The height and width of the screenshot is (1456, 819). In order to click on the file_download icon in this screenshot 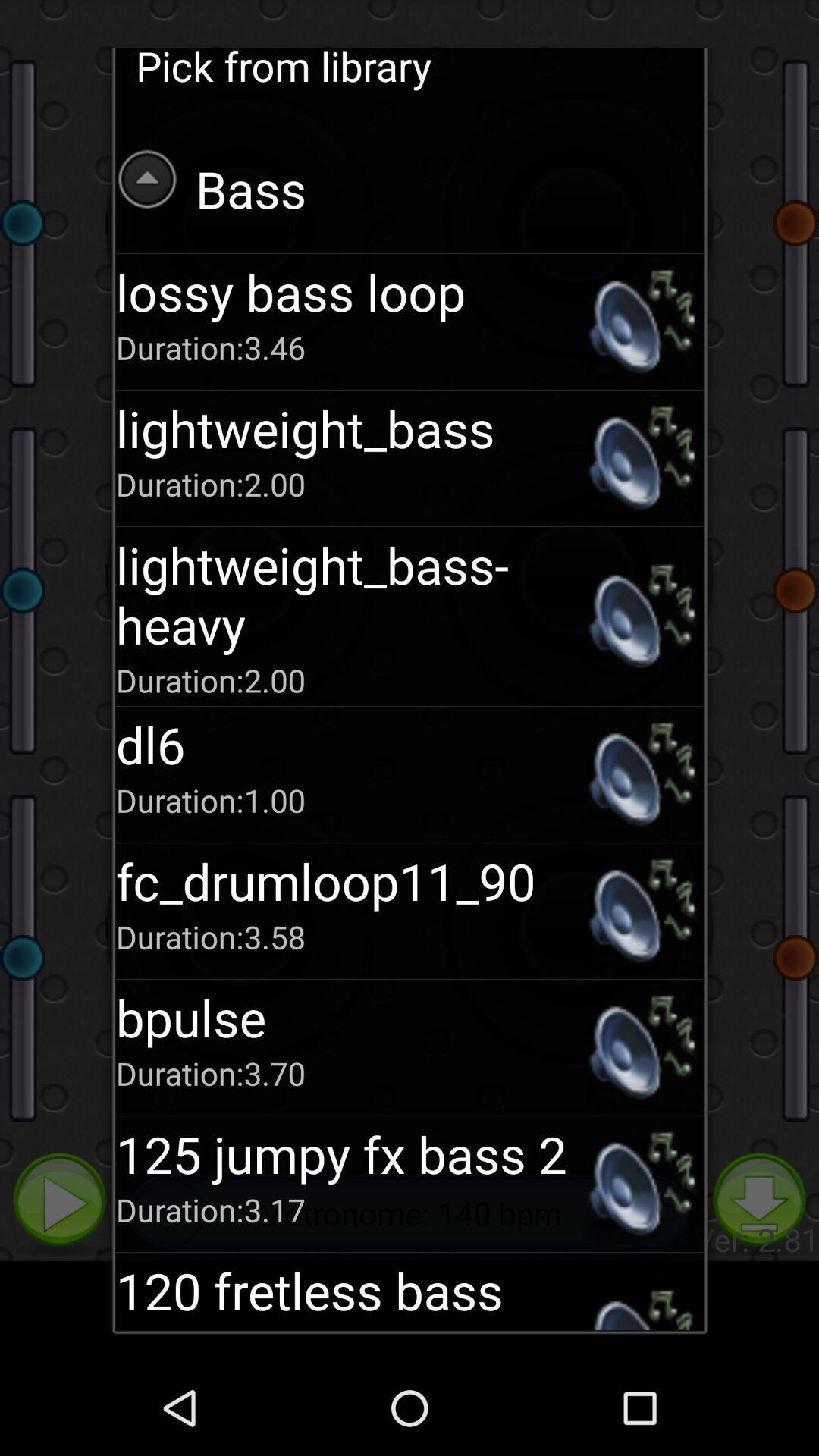, I will do `click(759, 1285)`.